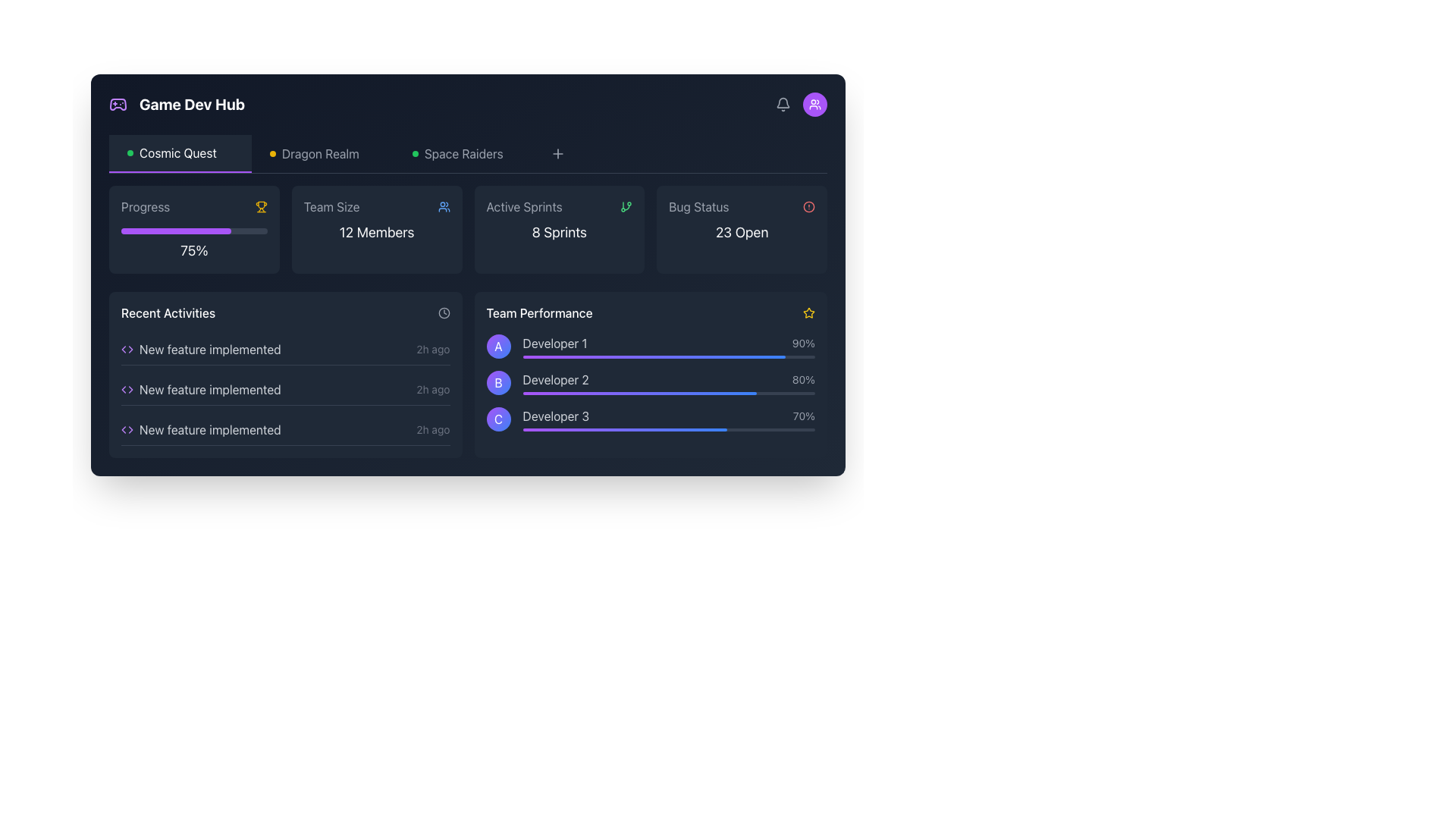 The width and height of the screenshot is (1456, 819). What do you see at coordinates (626, 207) in the screenshot?
I see `the version control icon with a green outline located in the 'Active Sprints' panel, positioned to the right of the text '8 Sprints'` at bounding box center [626, 207].